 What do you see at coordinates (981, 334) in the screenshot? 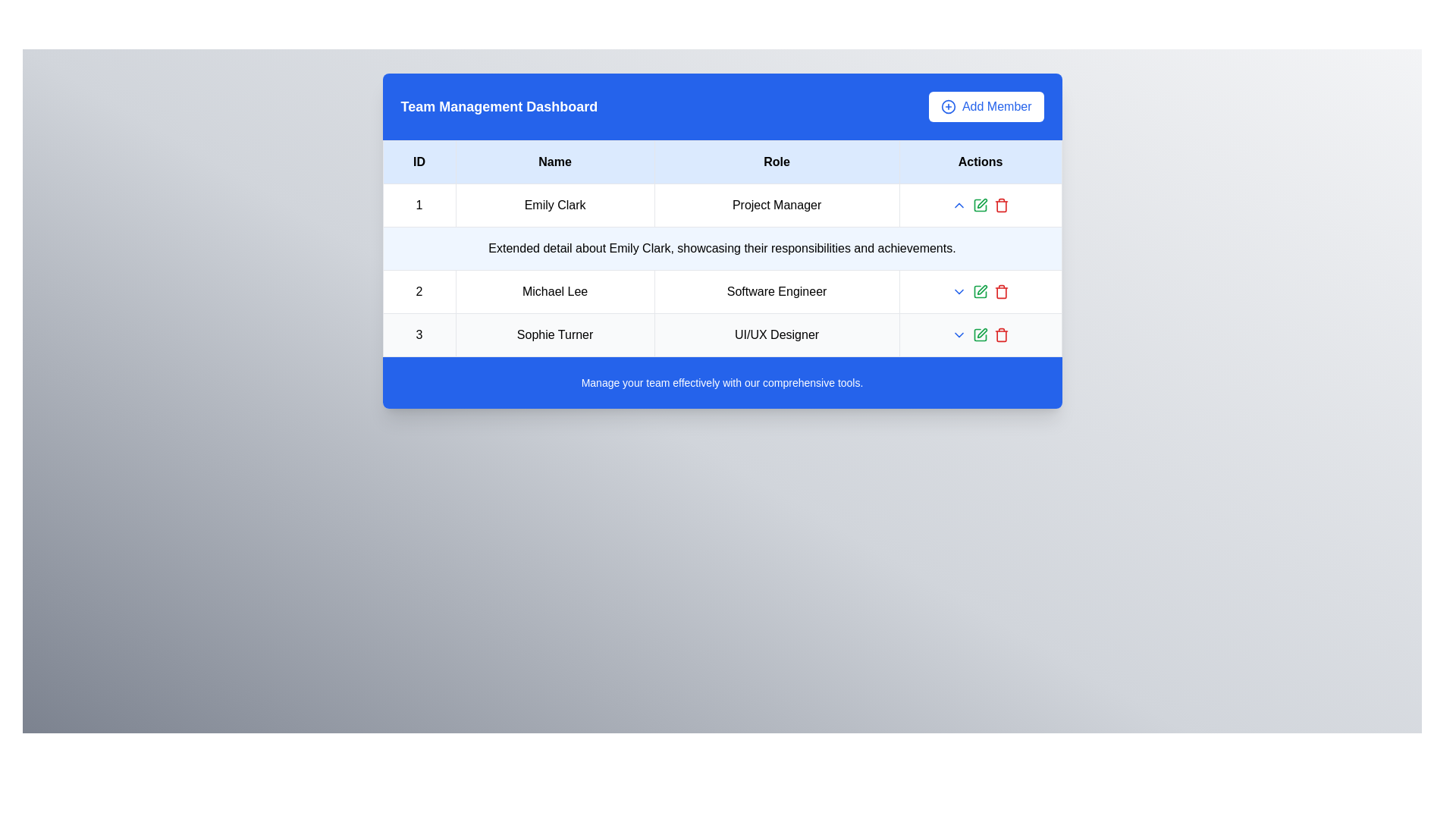
I see `the second interactive icon in the Actions column of the third row of the table, which represents an edit or update function` at bounding box center [981, 334].